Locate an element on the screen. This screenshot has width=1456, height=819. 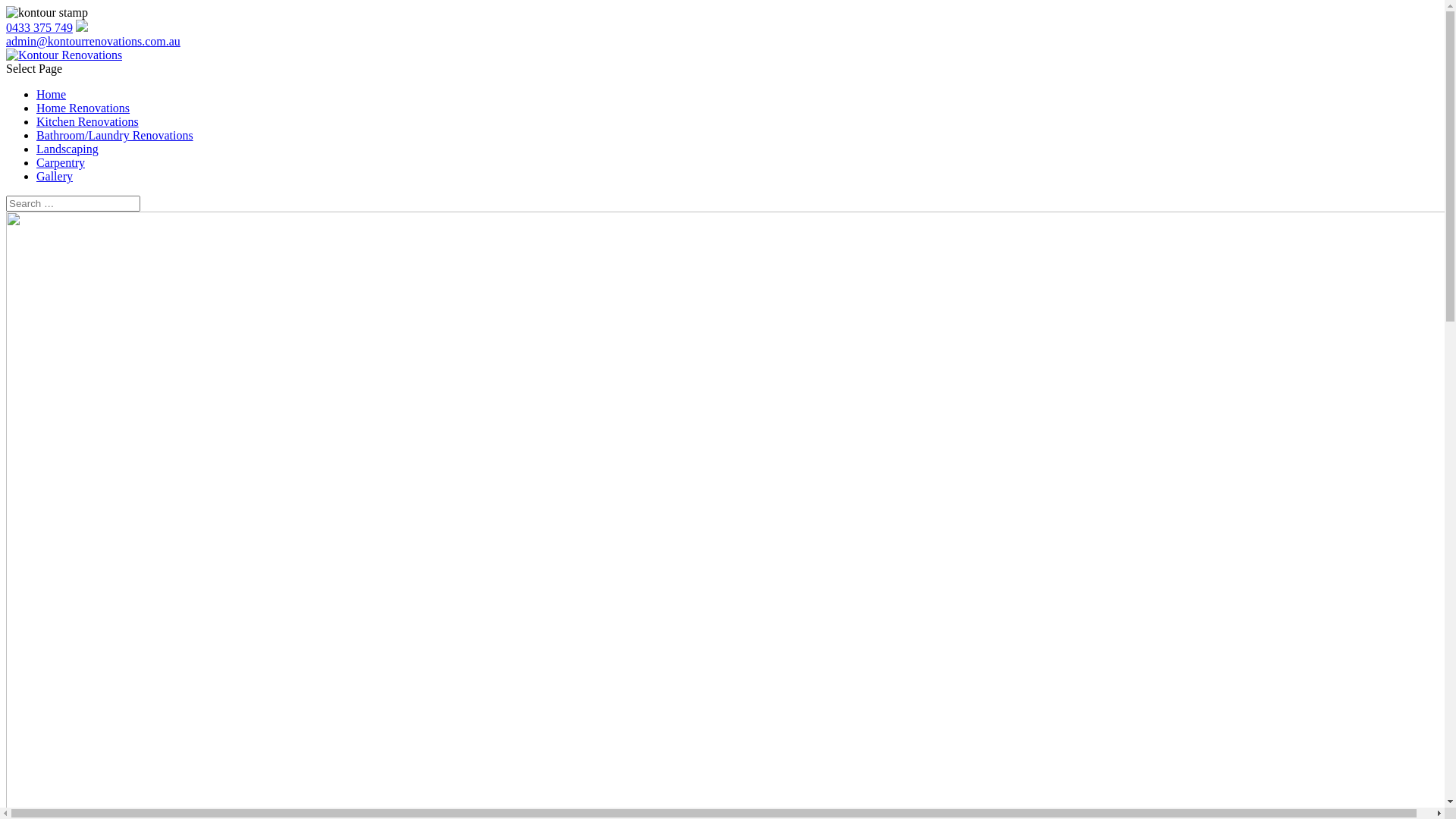
'Home' is located at coordinates (51, 94).